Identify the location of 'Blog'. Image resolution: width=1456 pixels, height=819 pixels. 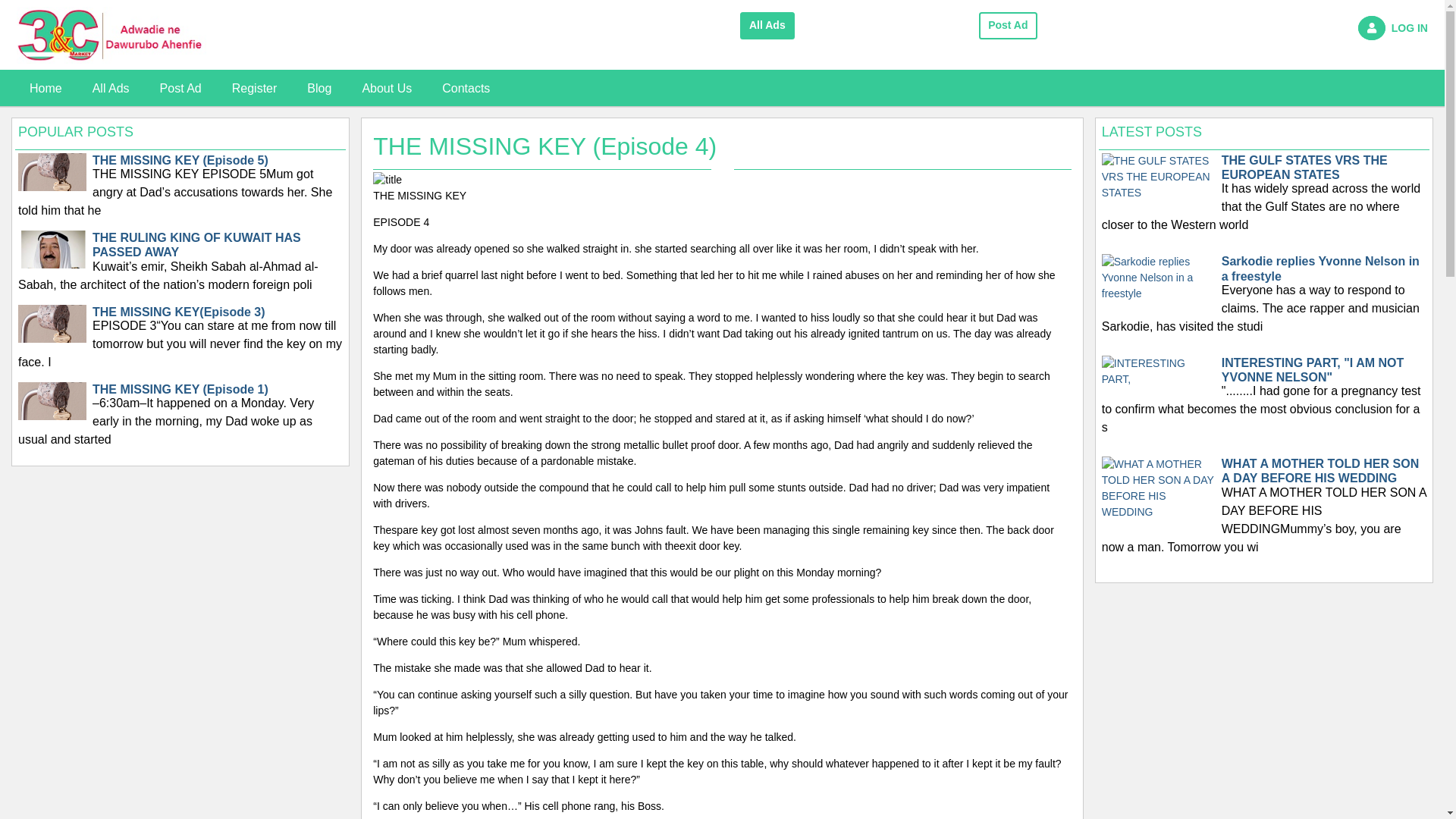
(318, 88).